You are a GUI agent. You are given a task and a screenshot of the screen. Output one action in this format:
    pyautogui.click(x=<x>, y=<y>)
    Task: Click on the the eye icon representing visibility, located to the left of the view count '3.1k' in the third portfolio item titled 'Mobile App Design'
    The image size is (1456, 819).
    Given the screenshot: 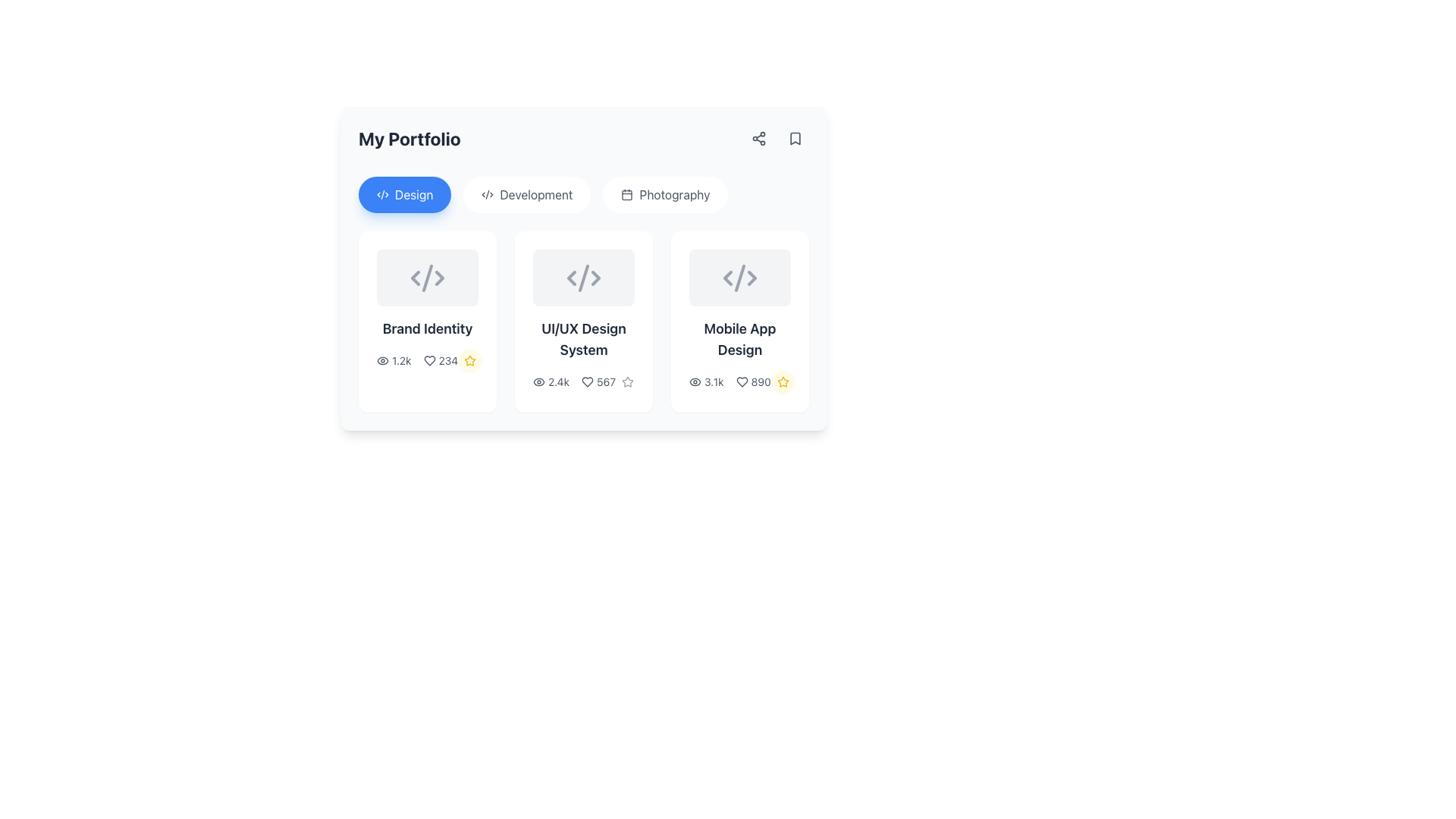 What is the action you would take?
    pyautogui.click(x=694, y=381)
    